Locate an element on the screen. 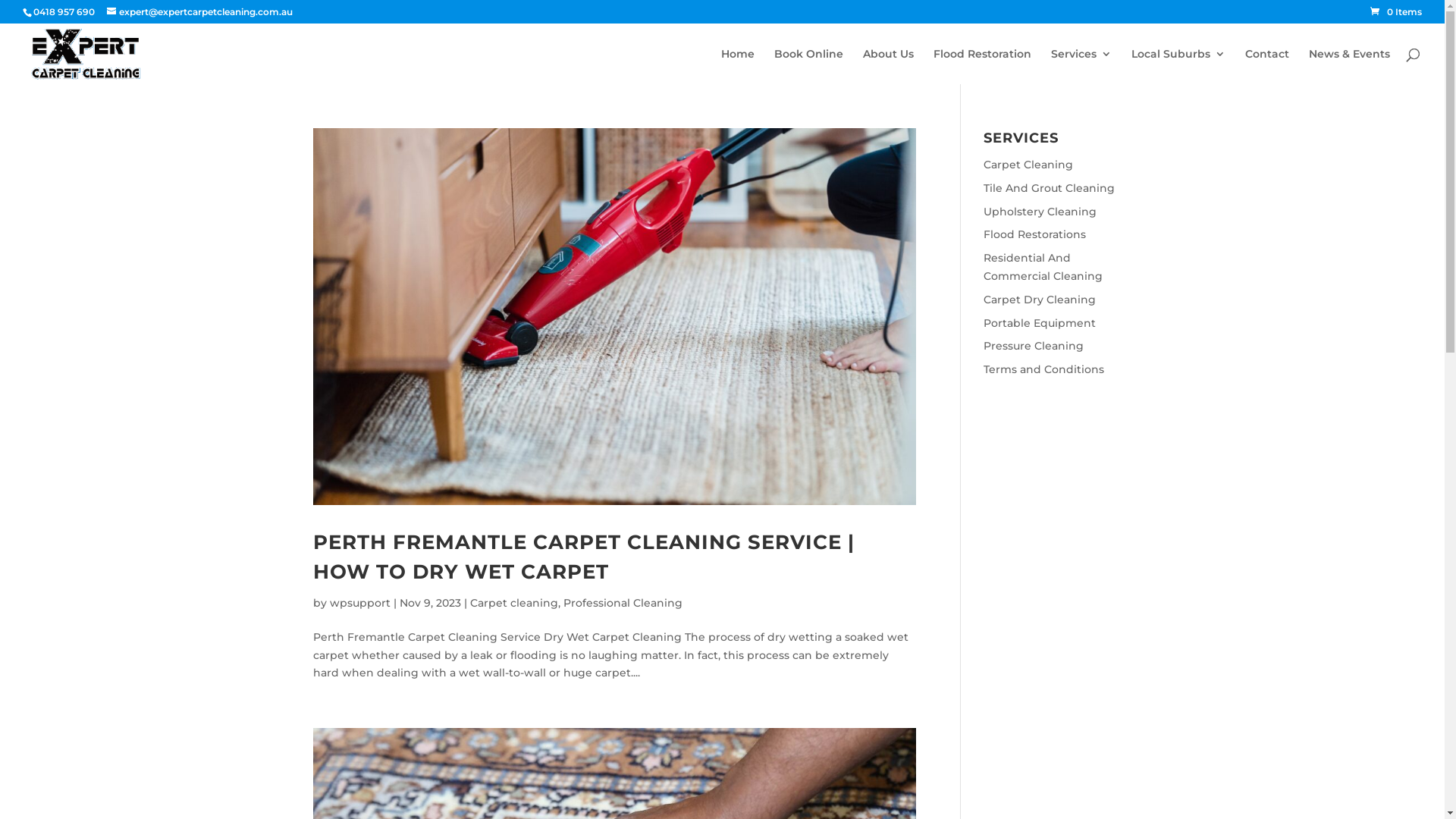  'Terms and Conditions' is located at coordinates (1043, 369).